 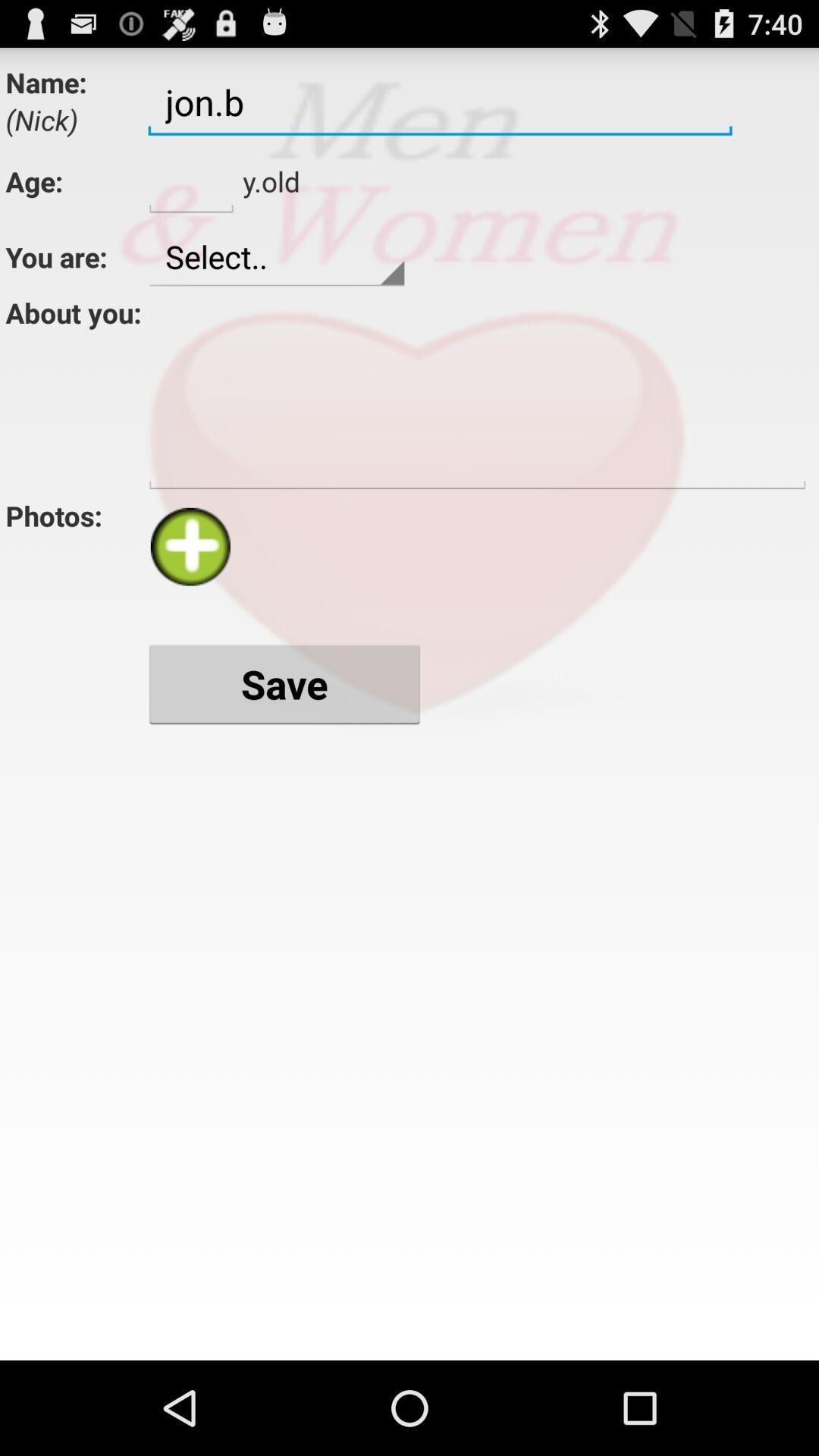 I want to click on the add icon, so click(x=190, y=584).